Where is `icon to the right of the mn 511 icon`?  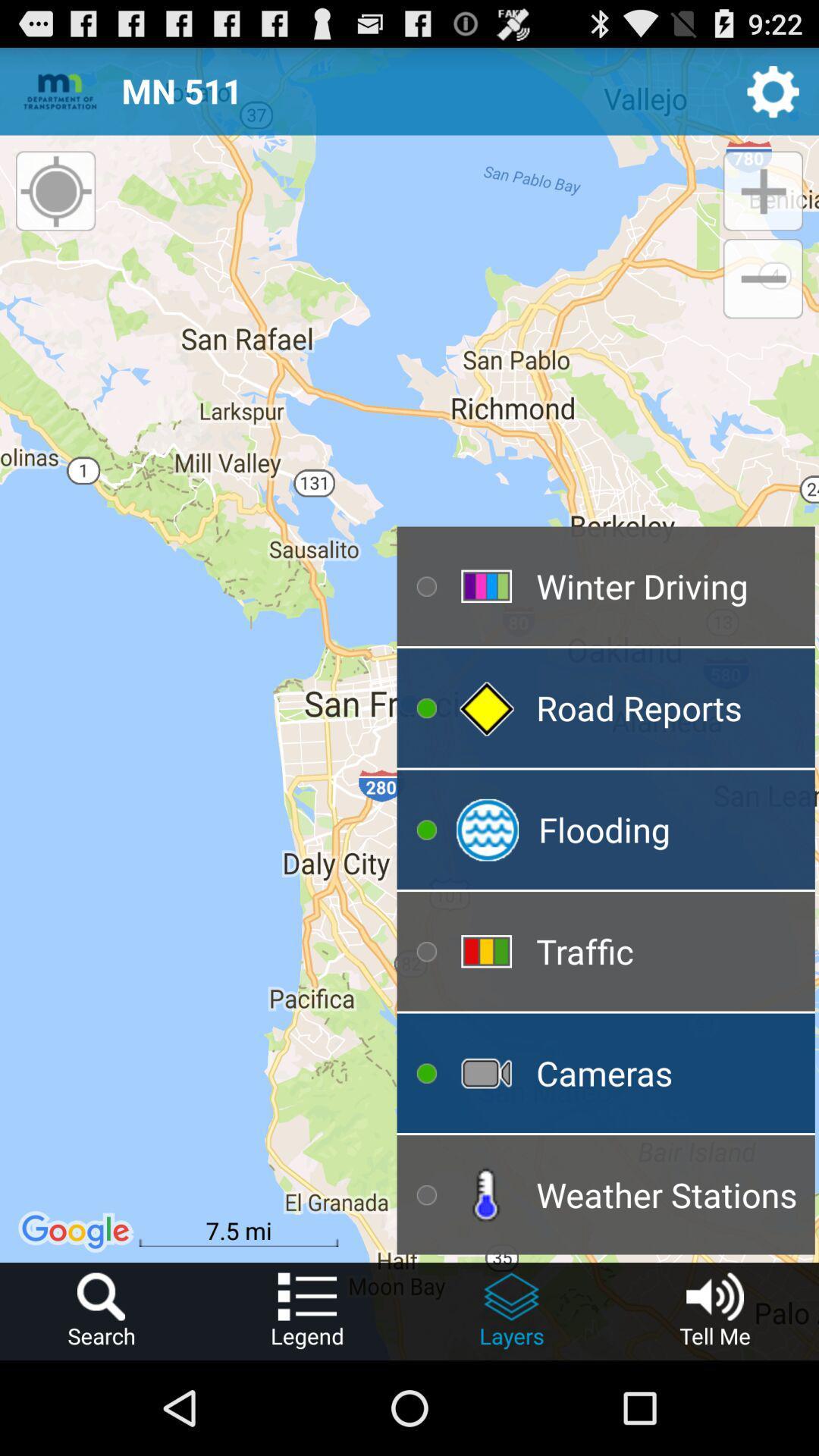
icon to the right of the mn 511 icon is located at coordinates (773, 90).